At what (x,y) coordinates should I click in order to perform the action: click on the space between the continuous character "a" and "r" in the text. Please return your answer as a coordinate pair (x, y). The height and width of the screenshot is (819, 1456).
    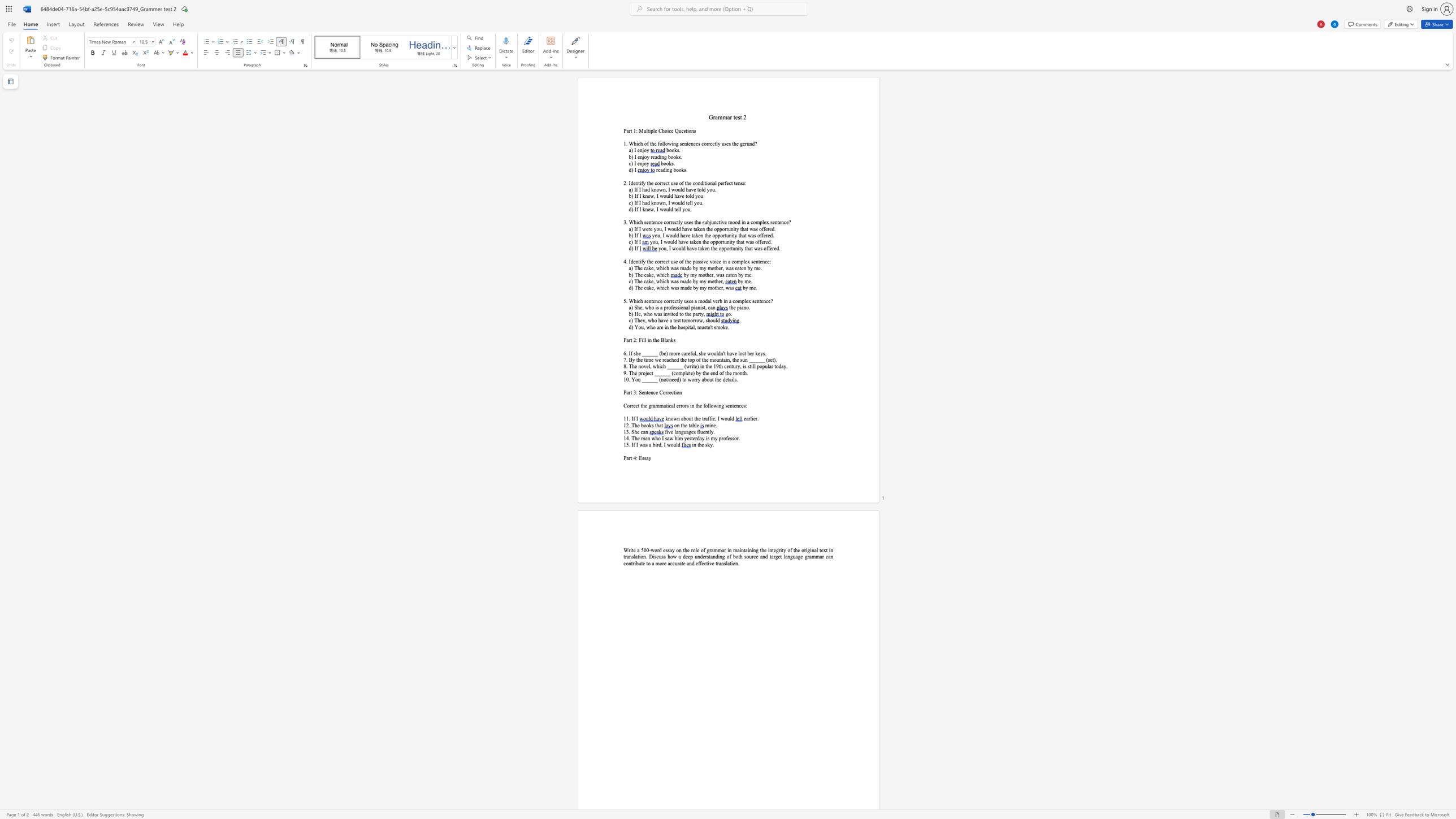
    Looking at the image, I should click on (629, 458).